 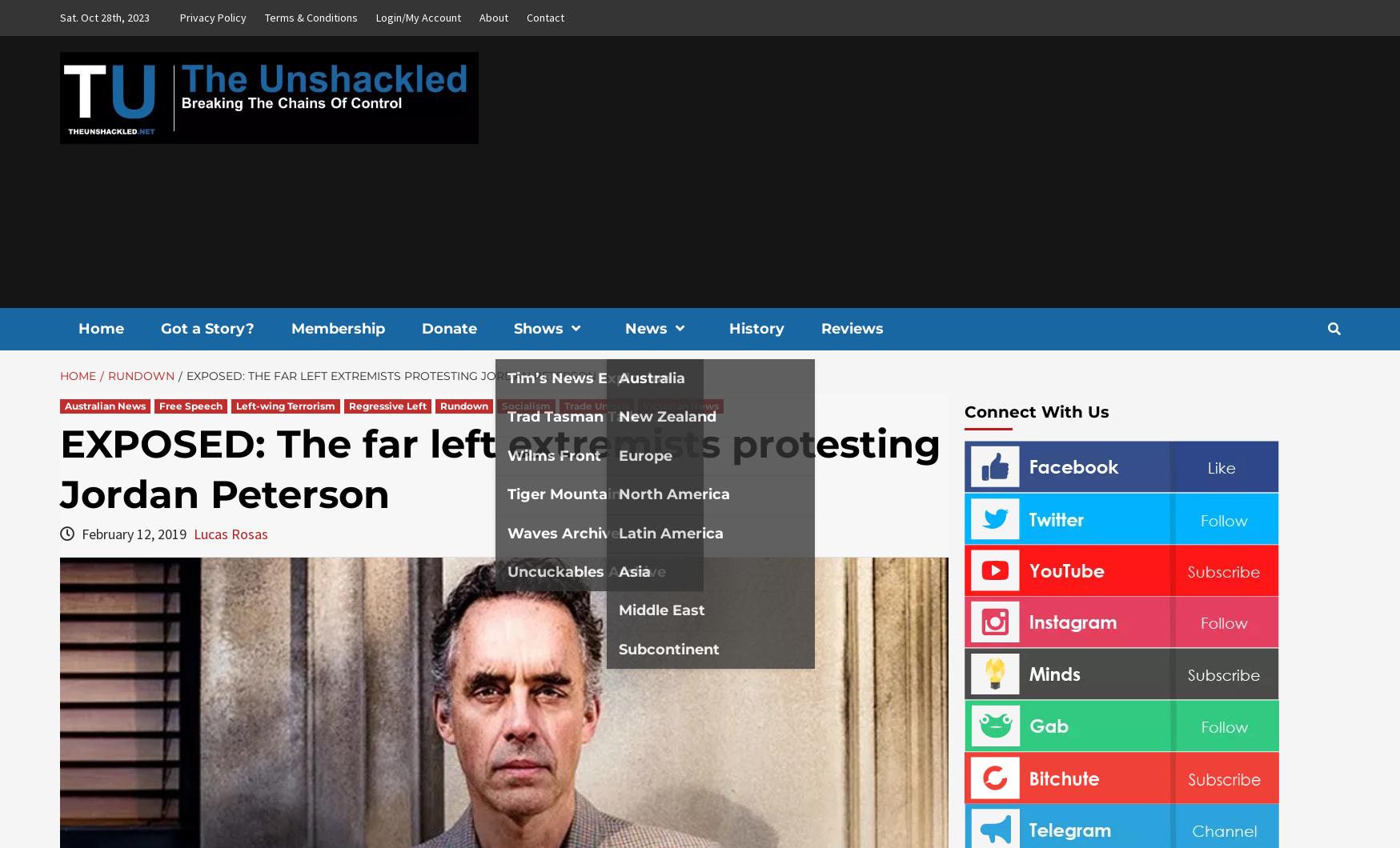 I want to click on 'Sat. Oct 28th, 2023', so click(x=103, y=18).